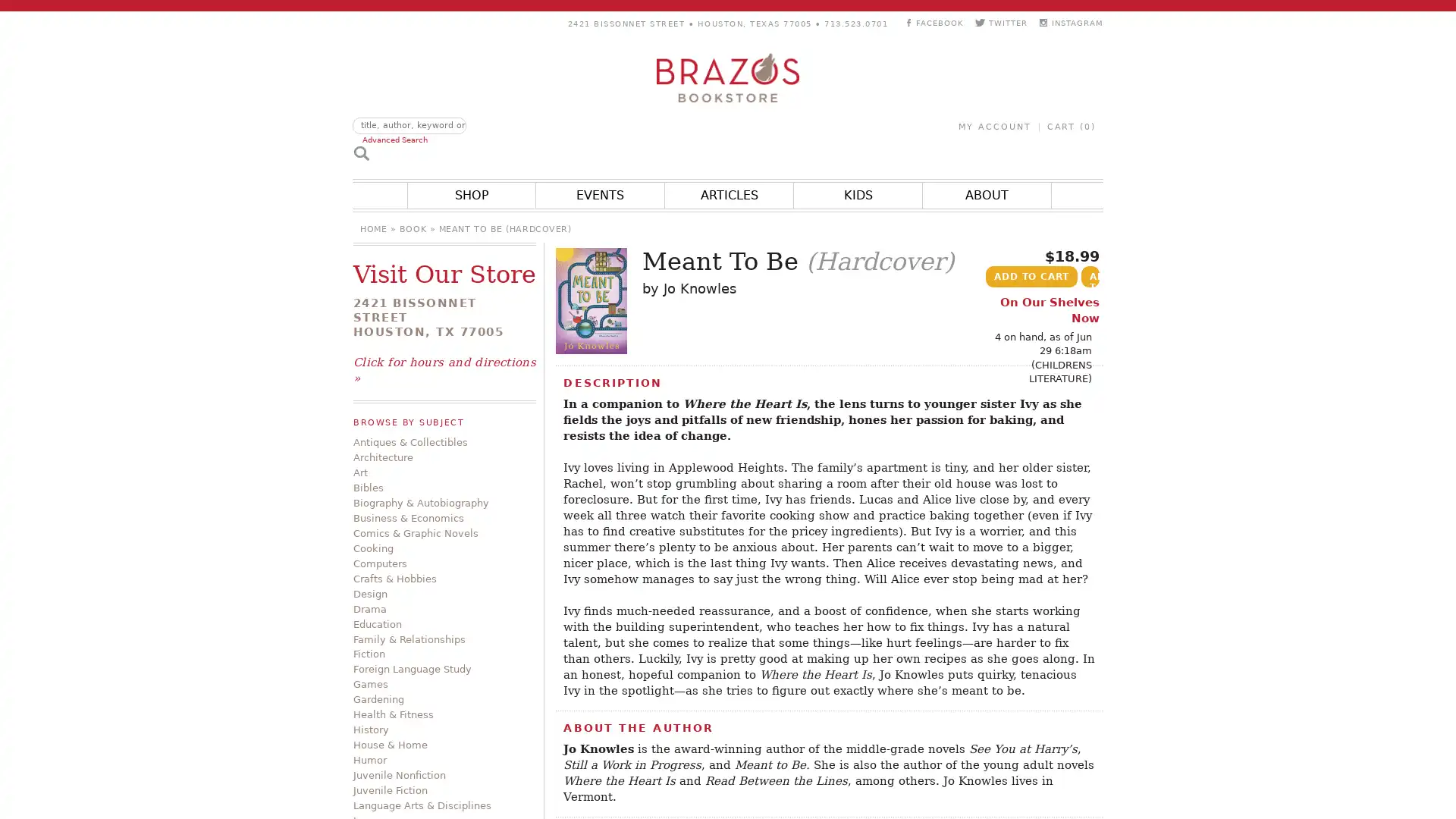 The height and width of the screenshot is (819, 1456). What do you see at coordinates (360, 152) in the screenshot?
I see `Search` at bounding box center [360, 152].